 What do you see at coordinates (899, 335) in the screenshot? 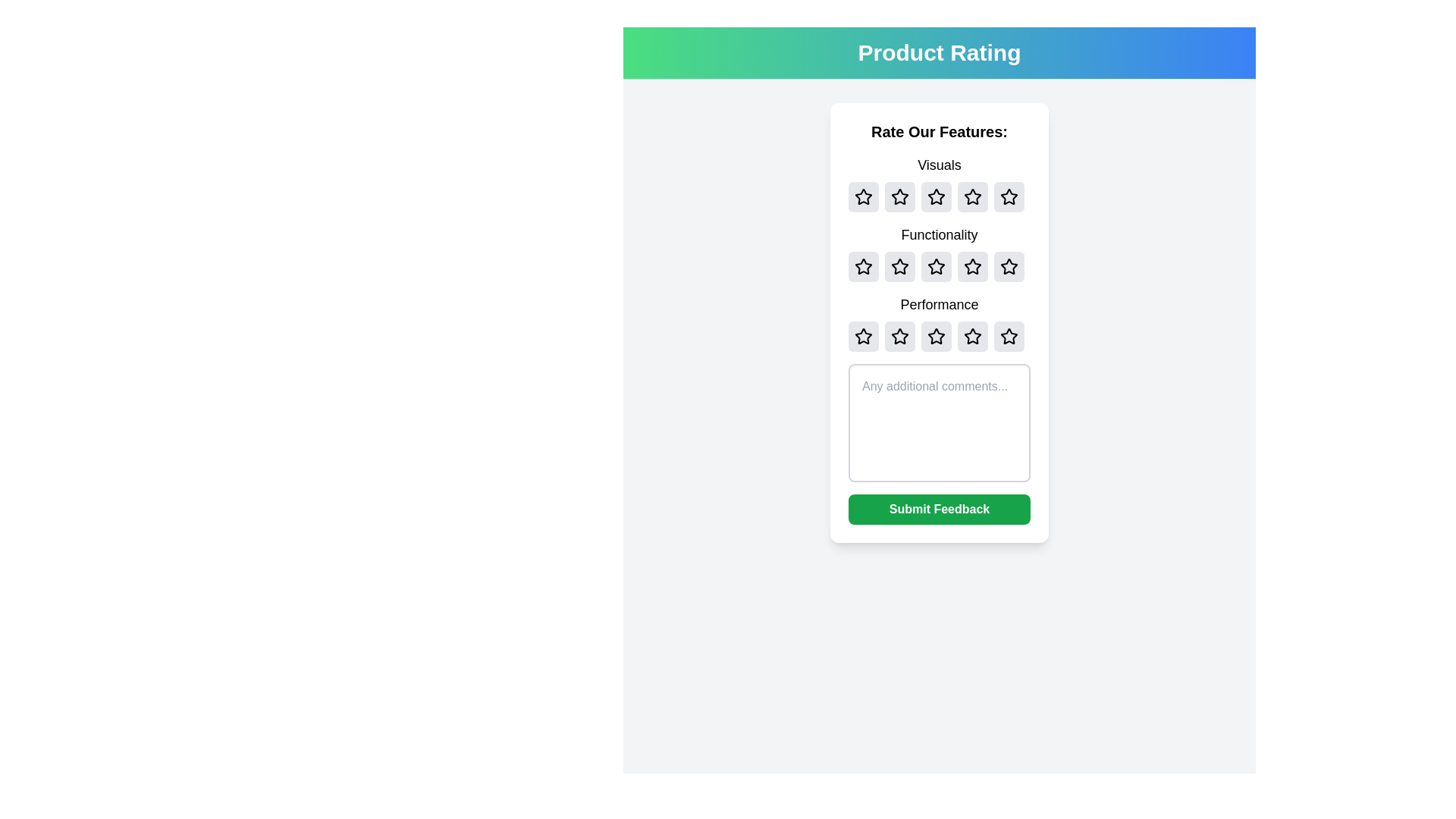
I see `the second button in the horizontal row of five elements within the 'Performance' section` at bounding box center [899, 335].